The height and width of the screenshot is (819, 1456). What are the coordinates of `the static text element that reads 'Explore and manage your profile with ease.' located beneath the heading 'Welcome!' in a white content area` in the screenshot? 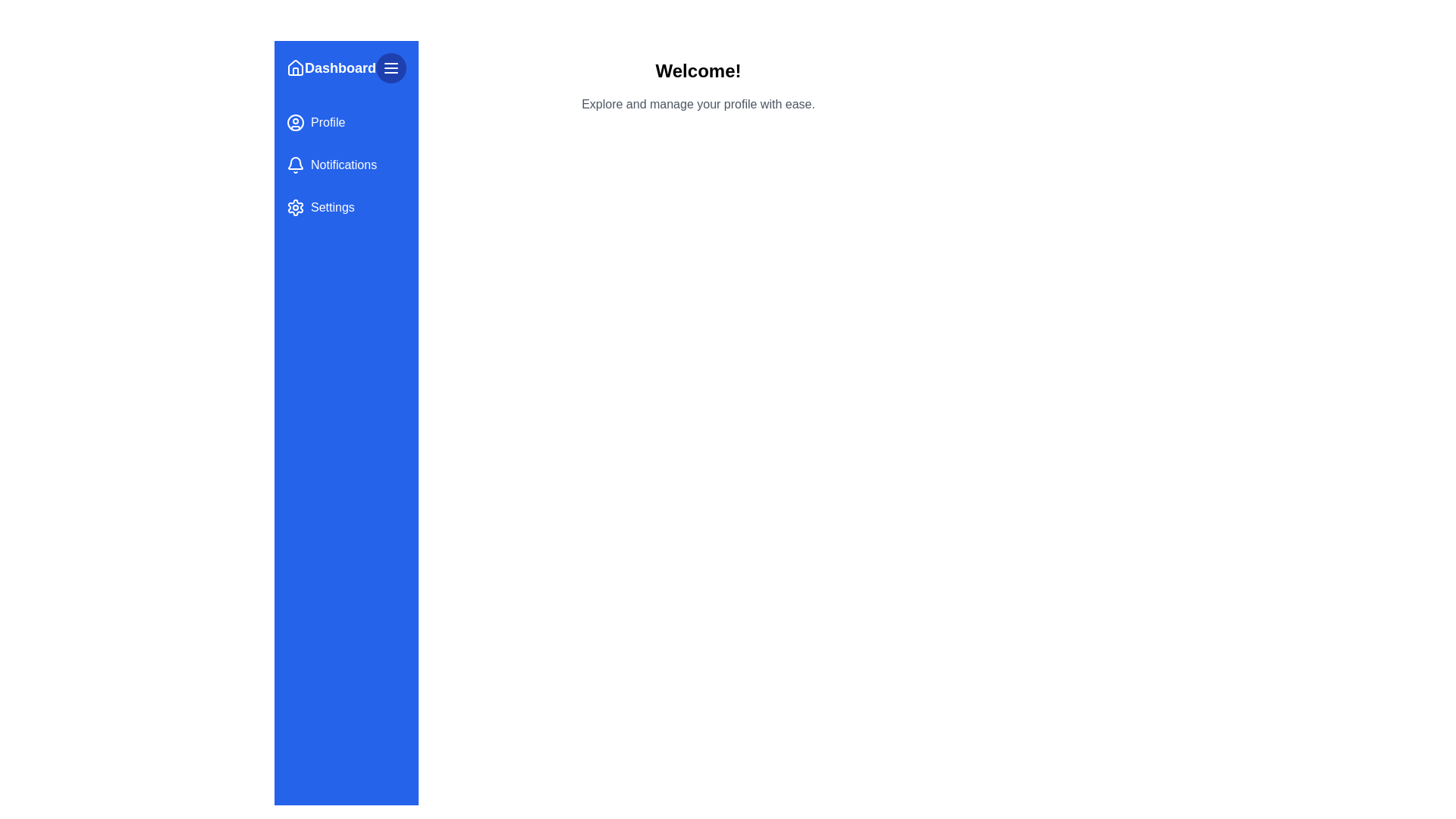 It's located at (698, 104).